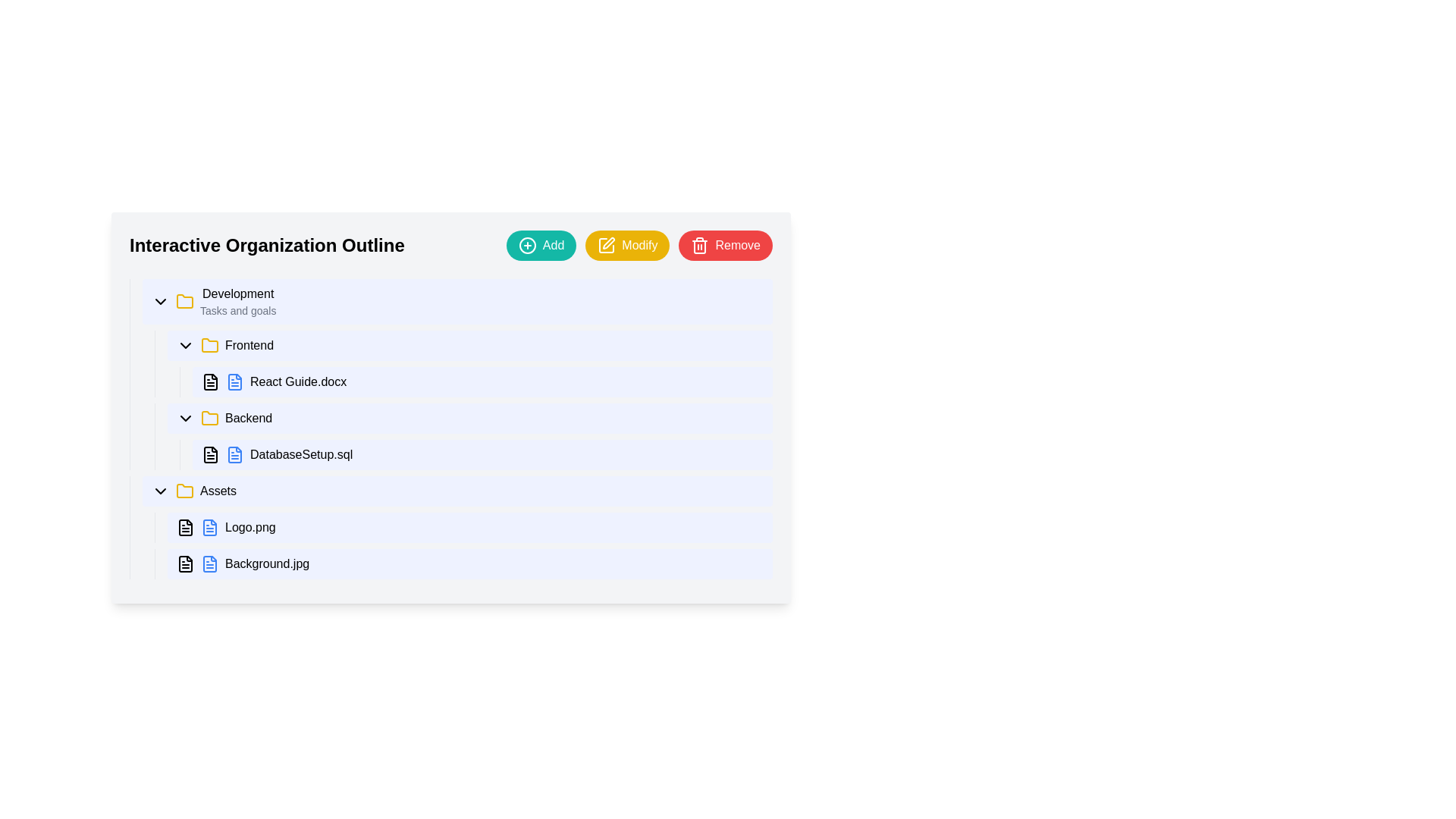 The width and height of the screenshot is (1456, 819). I want to click on the 'Frontend' folder text label, which is styled in bold or medium font and located to the right of a yellow folder icon in the Development section of the expandable folder list, so click(249, 345).